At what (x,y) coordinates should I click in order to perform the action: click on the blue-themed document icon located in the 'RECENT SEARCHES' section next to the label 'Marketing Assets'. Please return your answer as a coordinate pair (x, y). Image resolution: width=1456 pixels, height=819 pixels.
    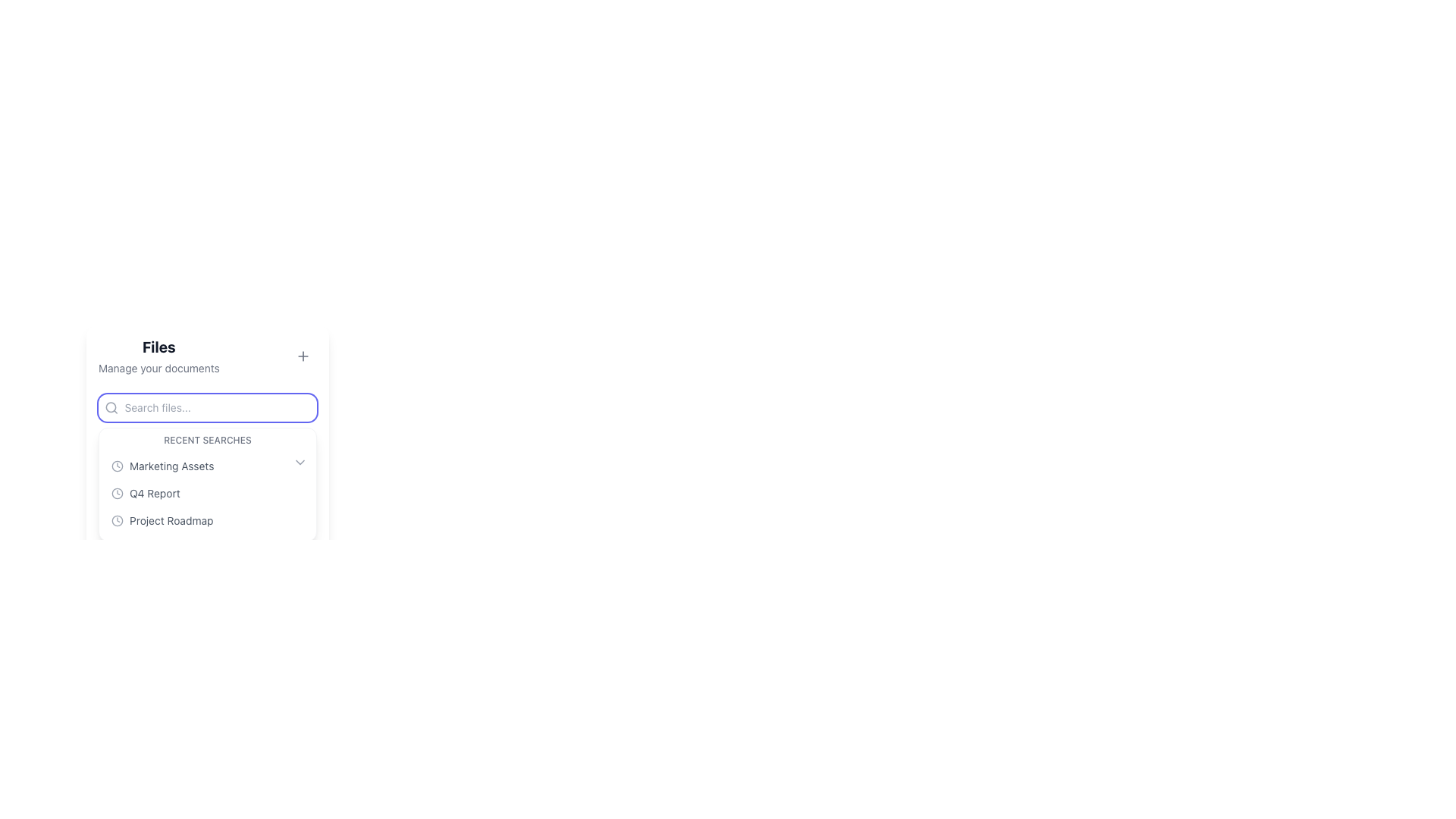
    Looking at the image, I should click on (120, 461).